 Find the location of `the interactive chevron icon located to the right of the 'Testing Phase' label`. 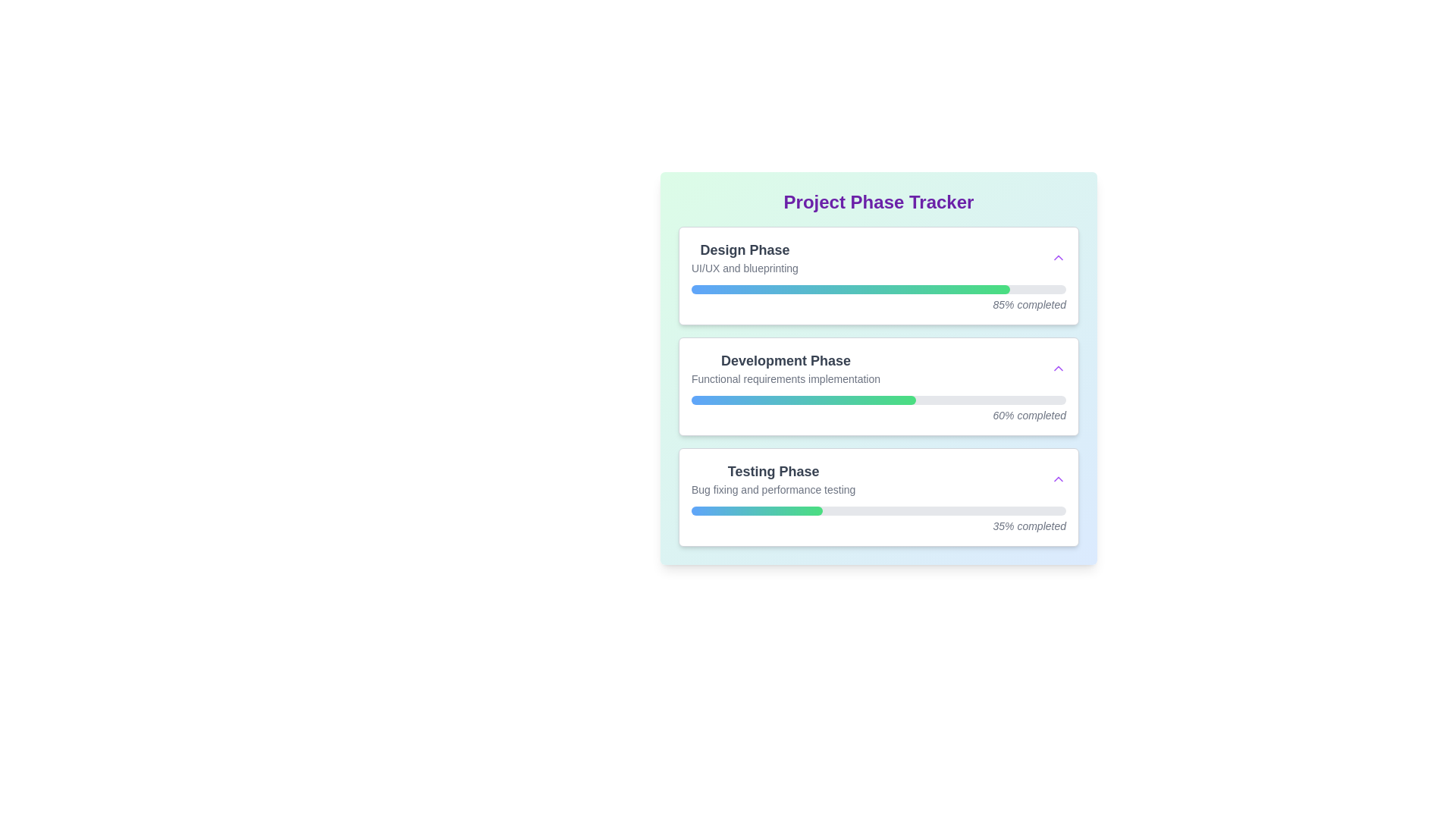

the interactive chevron icon located to the right of the 'Testing Phase' label is located at coordinates (1058, 479).